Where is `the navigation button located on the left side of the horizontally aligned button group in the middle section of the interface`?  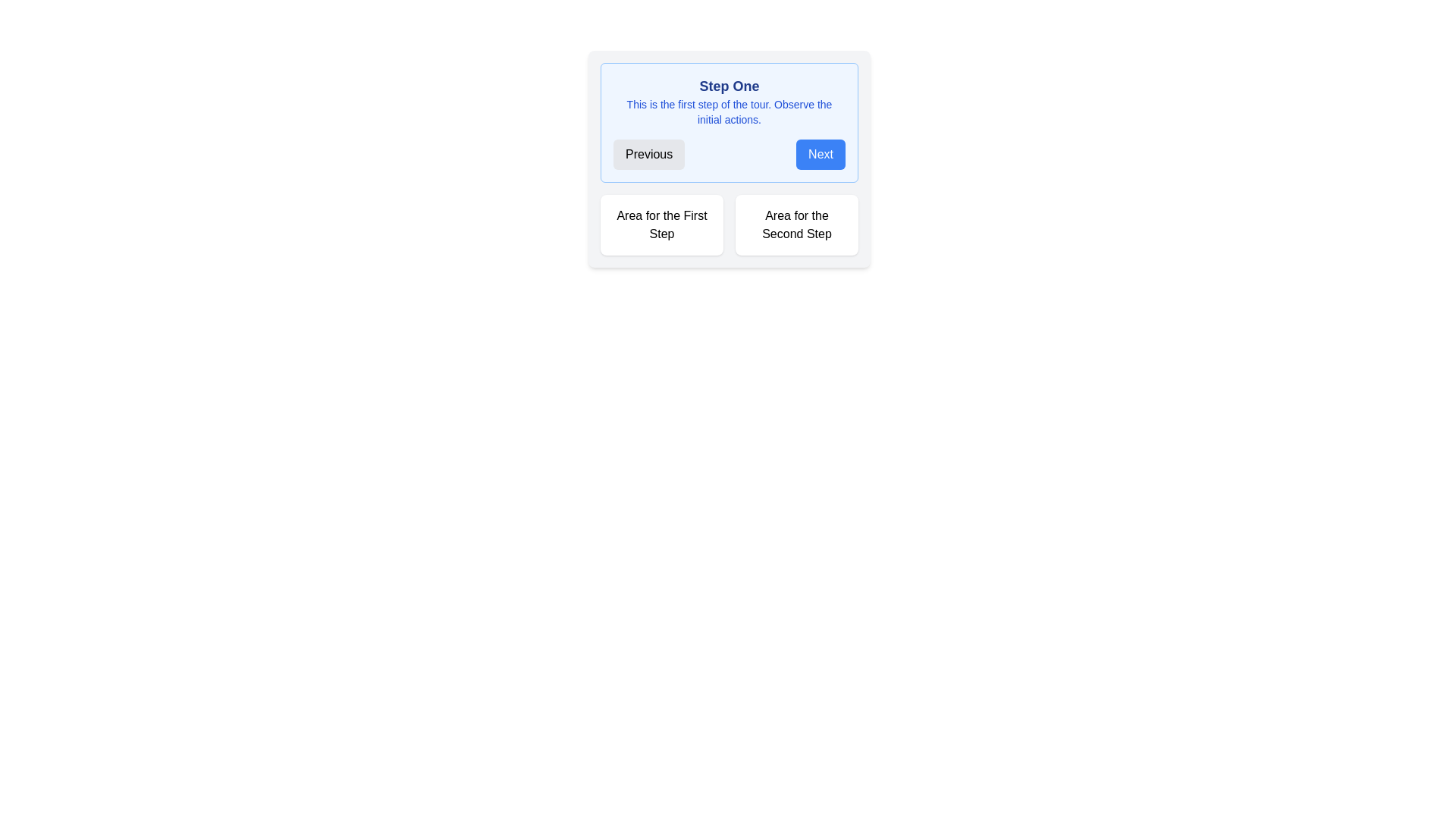 the navigation button located on the left side of the horizontally aligned button group in the middle section of the interface is located at coordinates (649, 155).